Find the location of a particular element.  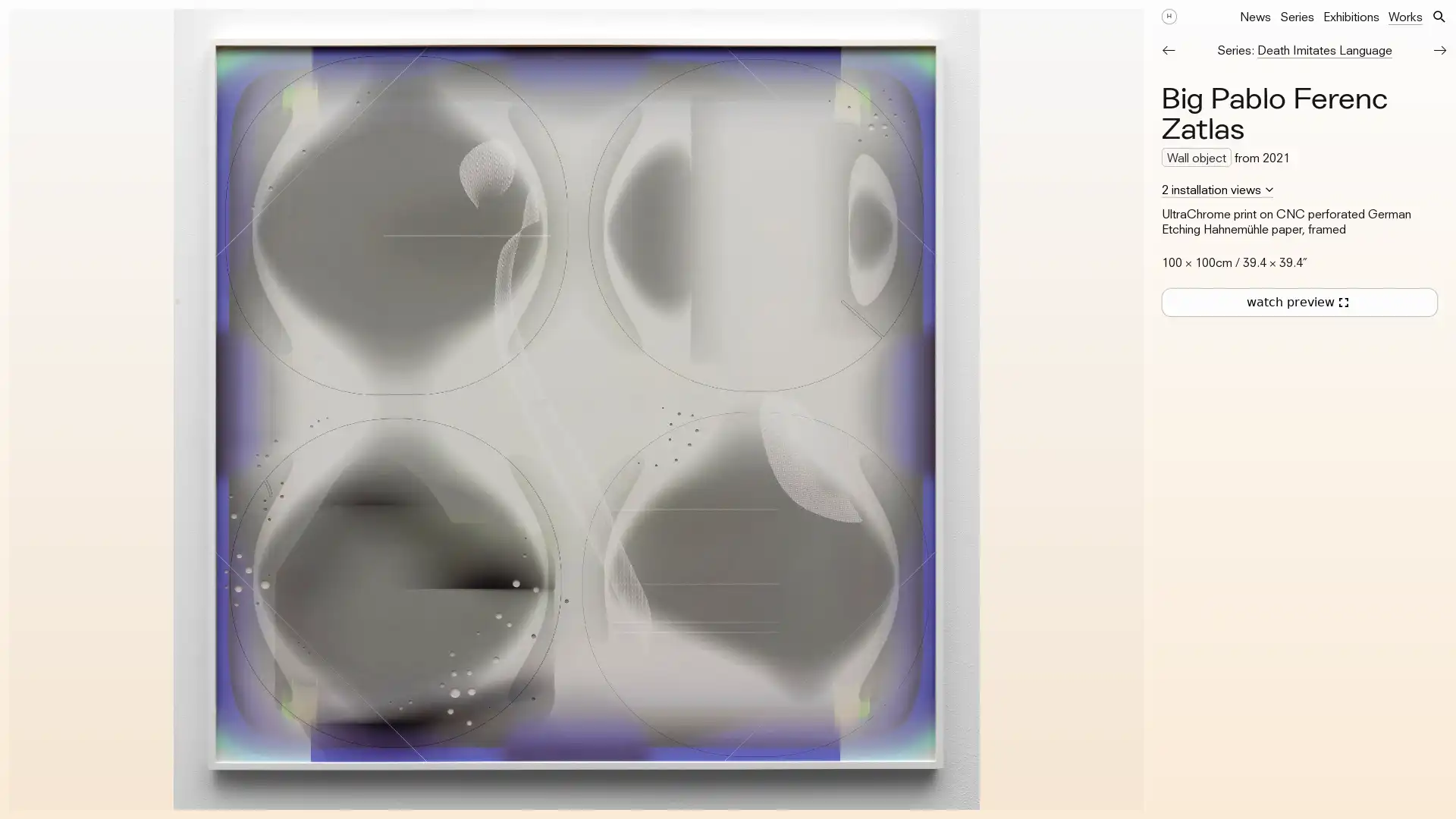

watch preview is located at coordinates (1298, 302).